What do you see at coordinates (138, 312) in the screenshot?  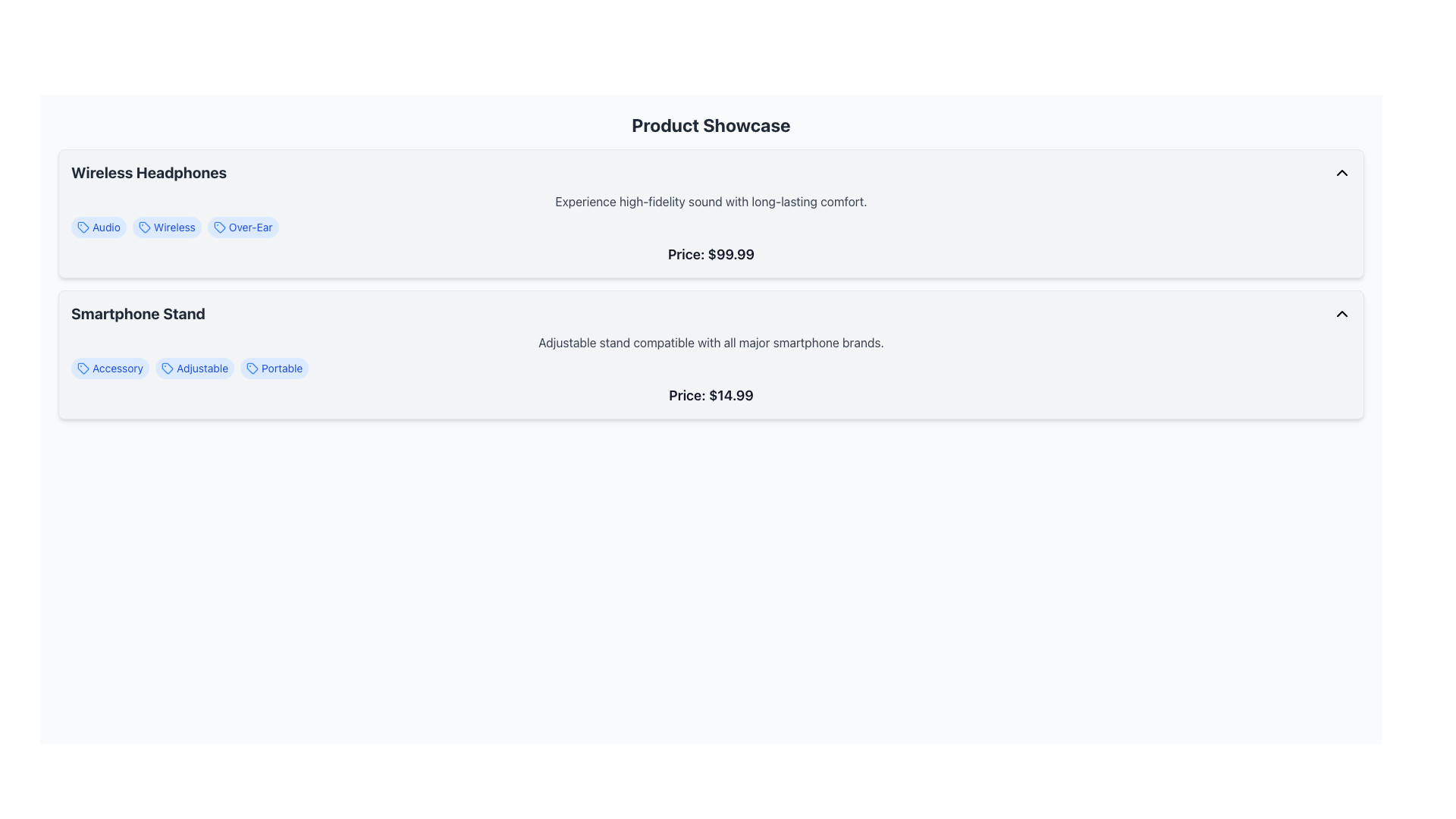 I see `the TextLabel displaying 'Smartphone Stand' in the second product card, located at the top of the details section` at bounding box center [138, 312].